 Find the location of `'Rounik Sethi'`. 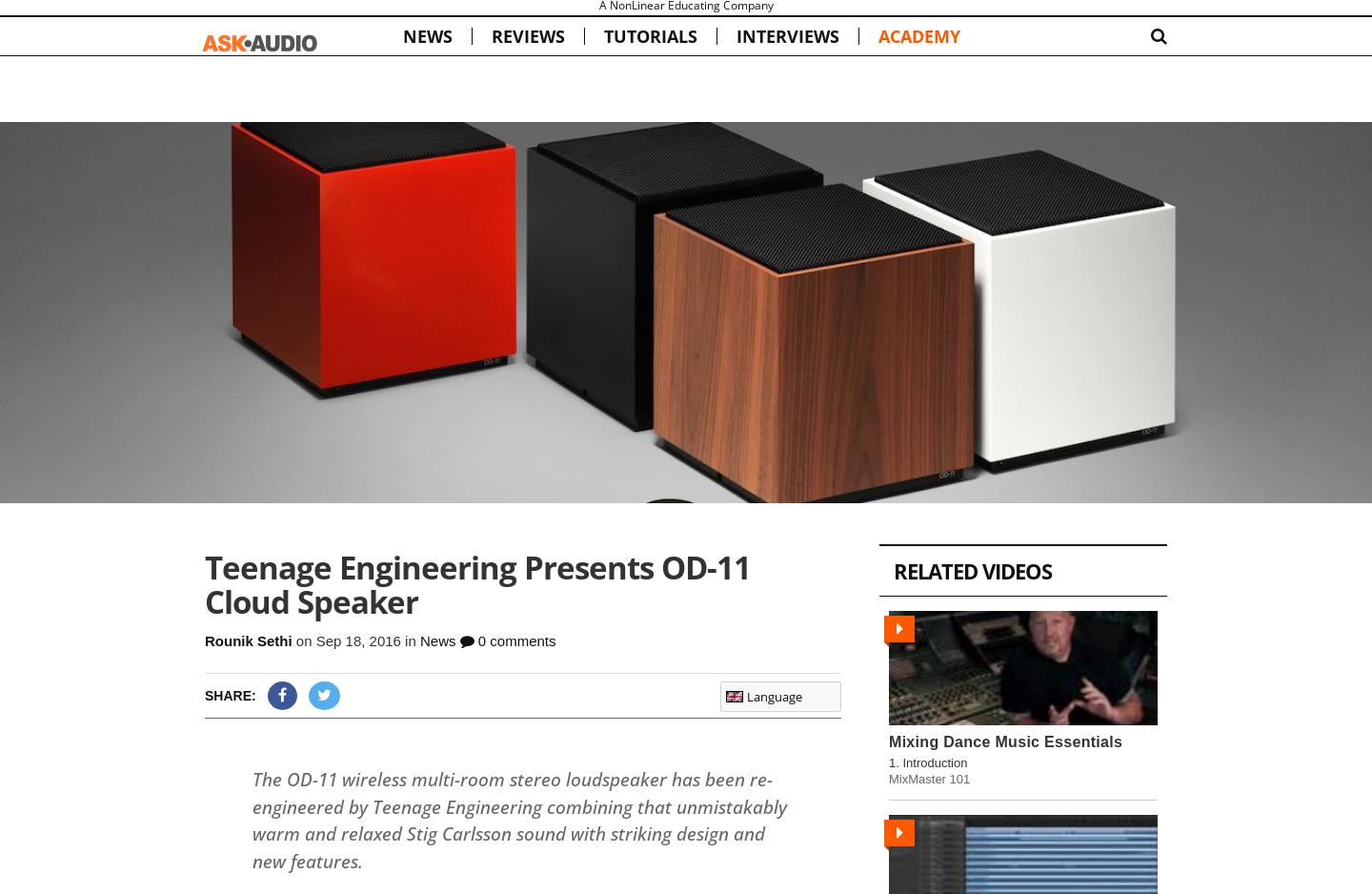

'Rounik Sethi' is located at coordinates (247, 640).